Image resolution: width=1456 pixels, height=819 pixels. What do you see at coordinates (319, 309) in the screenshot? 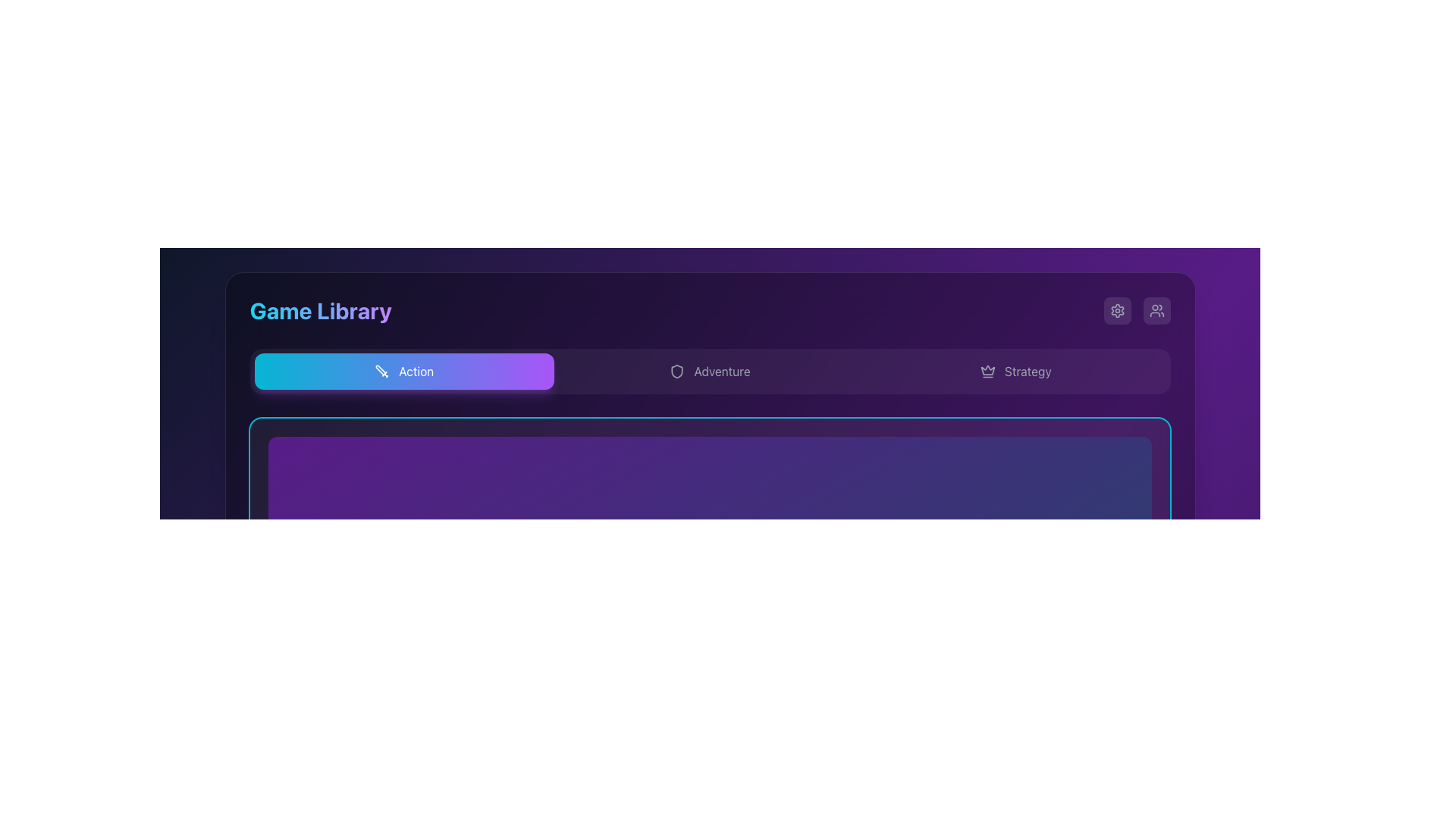
I see `the 'Game Library' text header` at bounding box center [319, 309].